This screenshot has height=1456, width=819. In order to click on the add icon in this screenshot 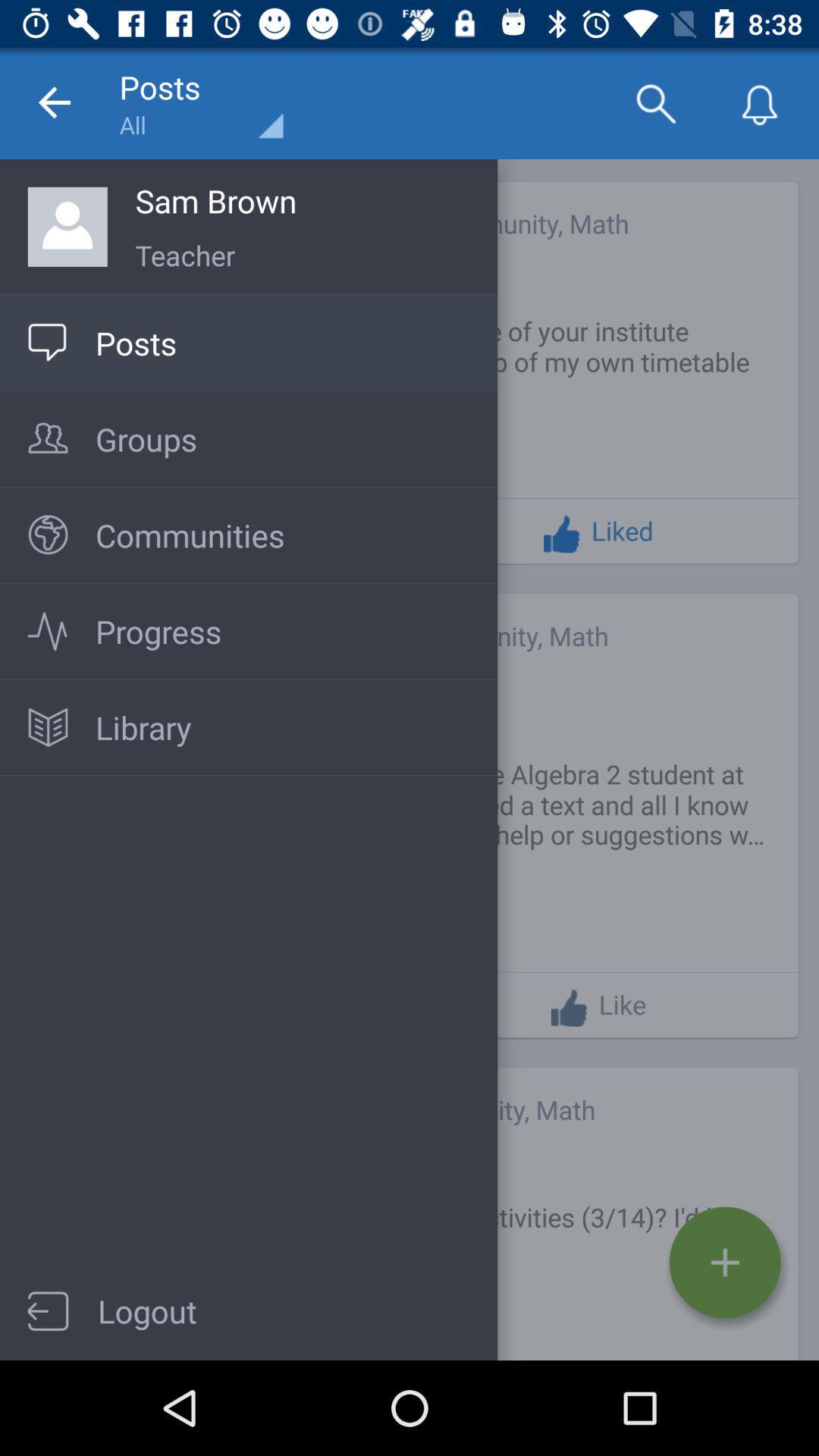, I will do `click(724, 1263)`.